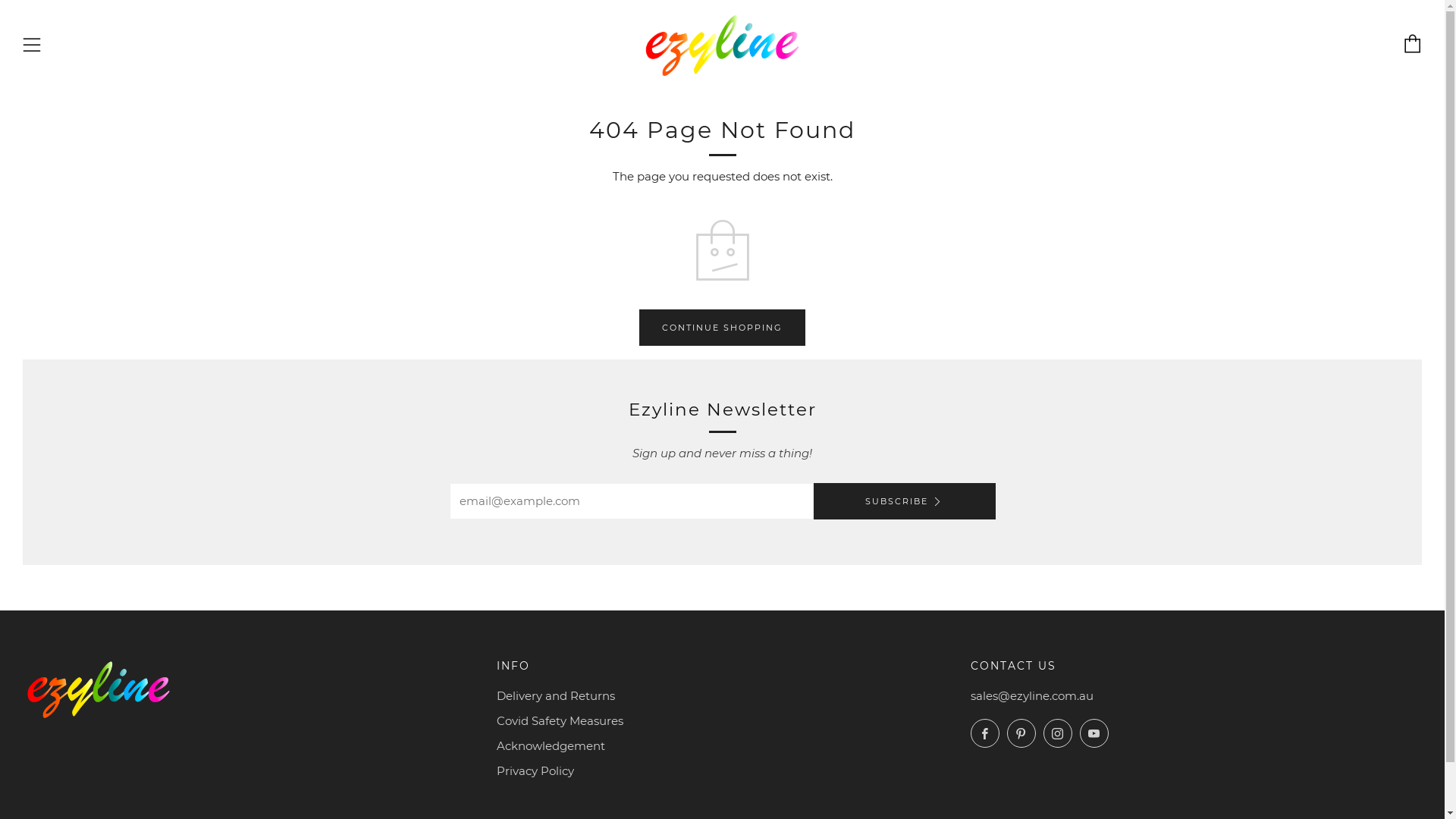 This screenshot has height=819, width=1456. I want to click on 'Delivery and Returns', so click(555, 695).